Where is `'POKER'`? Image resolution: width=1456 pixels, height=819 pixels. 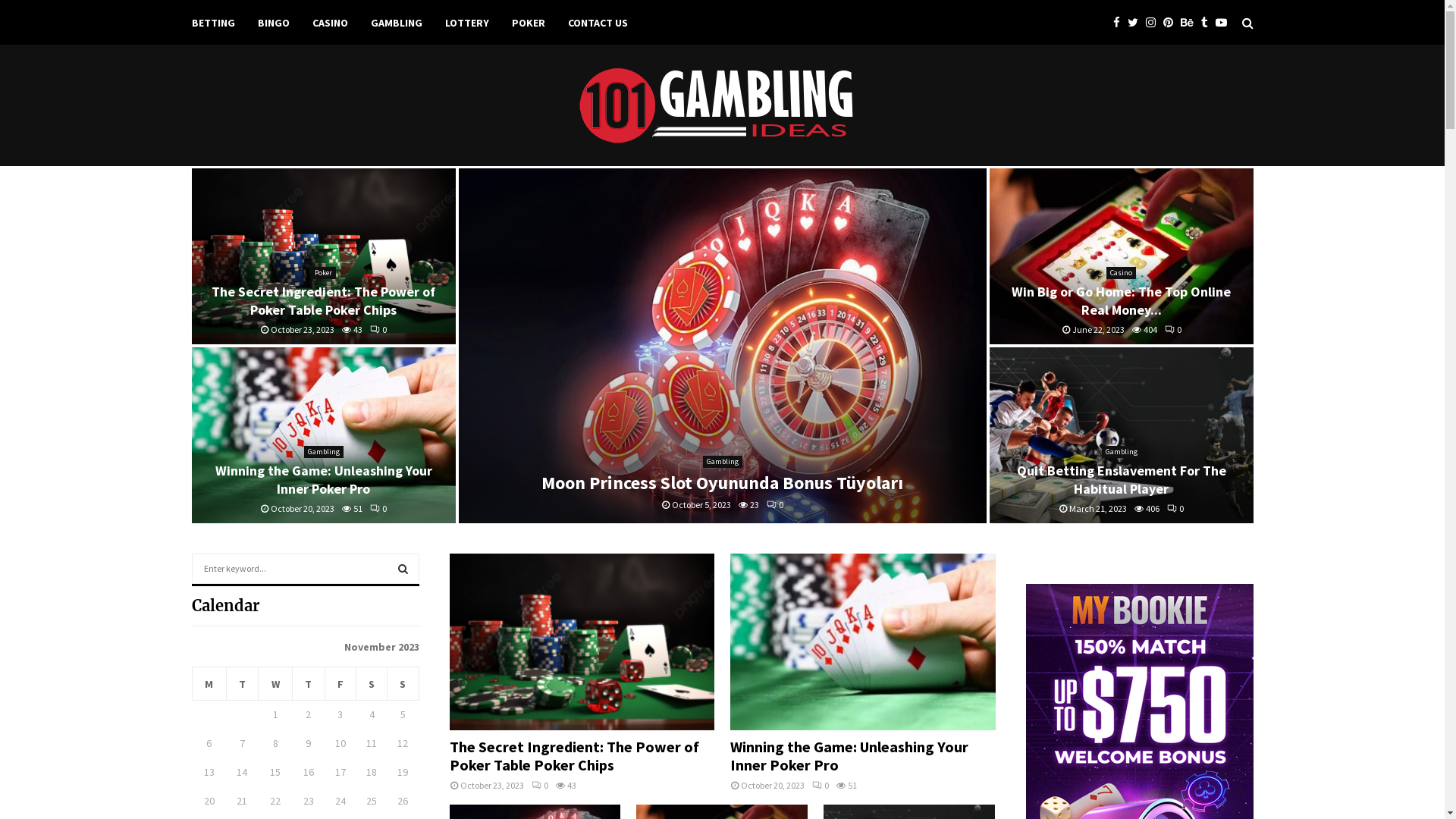 'POKER' is located at coordinates (528, 23).